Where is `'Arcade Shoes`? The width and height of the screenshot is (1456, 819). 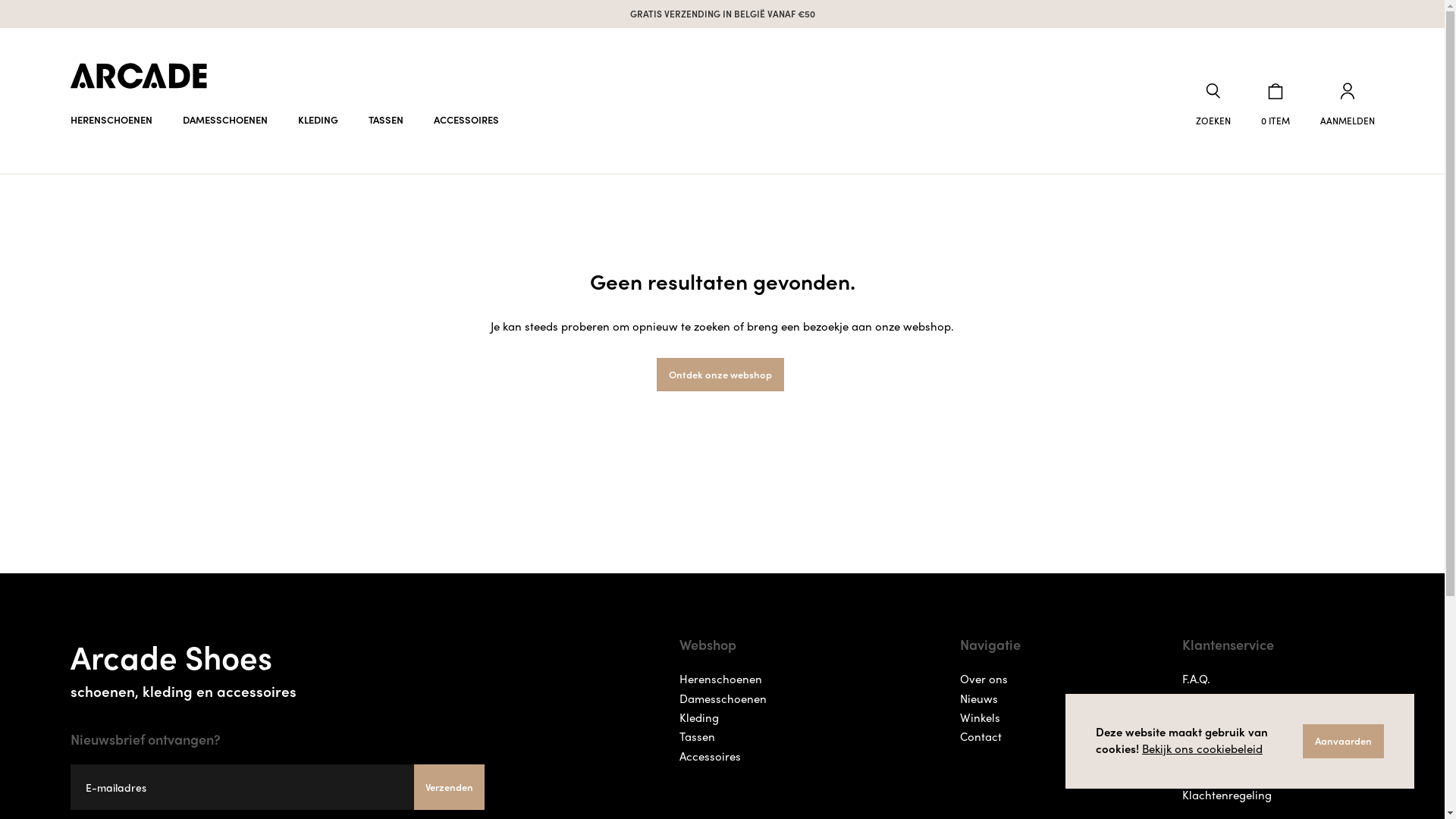 'Arcade Shoes is located at coordinates (277, 665).